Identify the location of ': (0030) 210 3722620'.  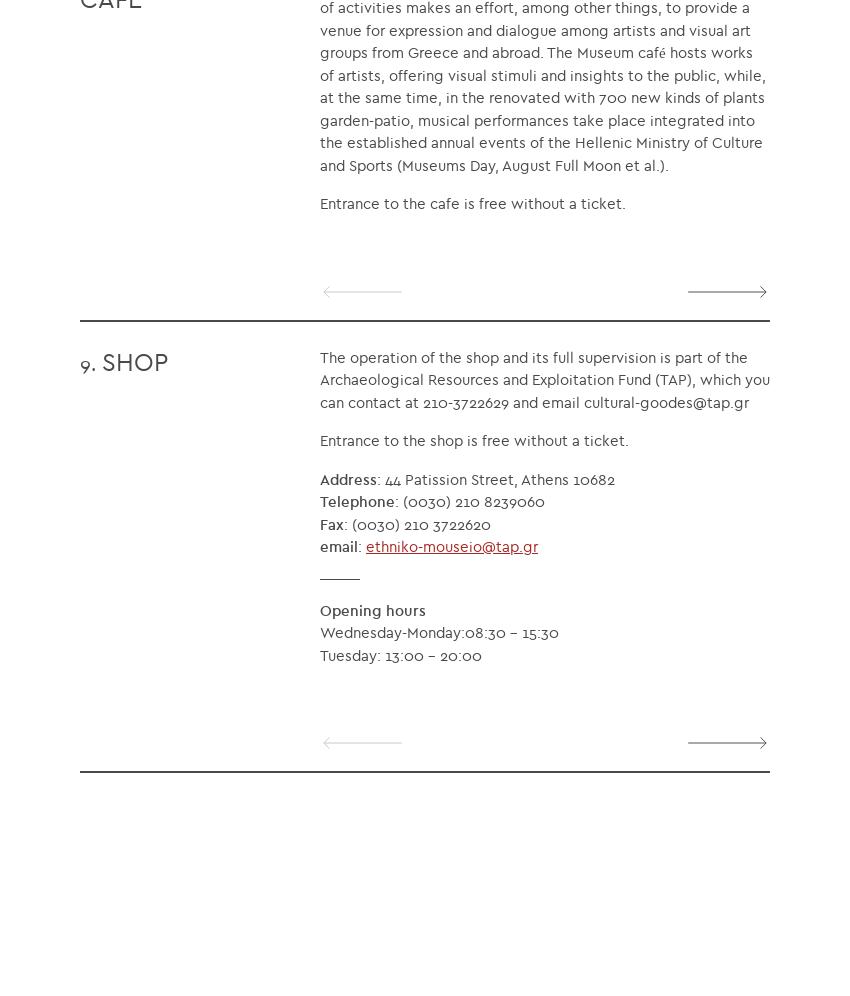
(417, 523).